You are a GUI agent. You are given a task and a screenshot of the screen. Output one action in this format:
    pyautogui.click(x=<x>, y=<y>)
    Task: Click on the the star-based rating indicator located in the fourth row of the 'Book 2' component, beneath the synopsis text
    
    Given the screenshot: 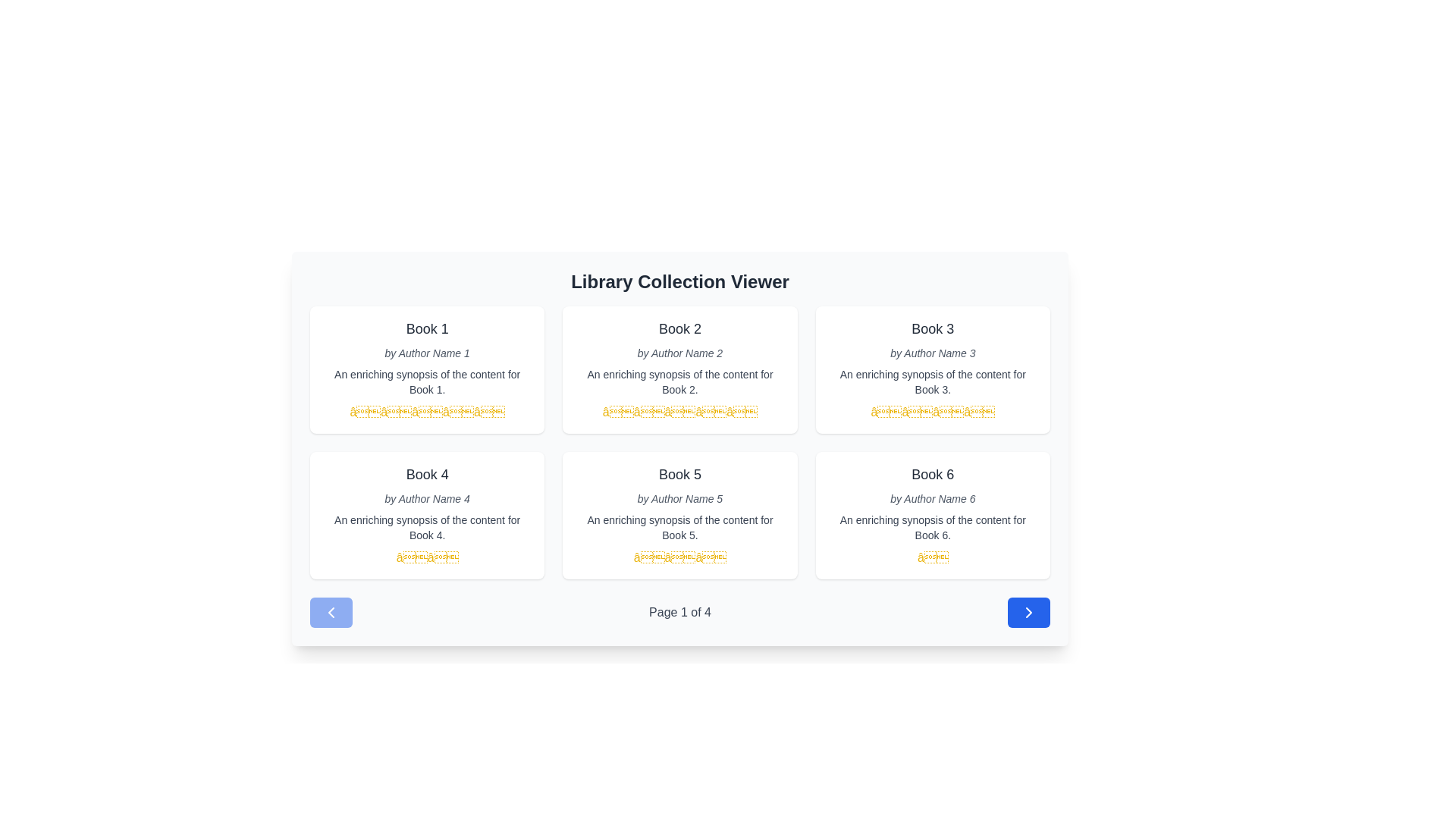 What is the action you would take?
    pyautogui.click(x=679, y=412)
    